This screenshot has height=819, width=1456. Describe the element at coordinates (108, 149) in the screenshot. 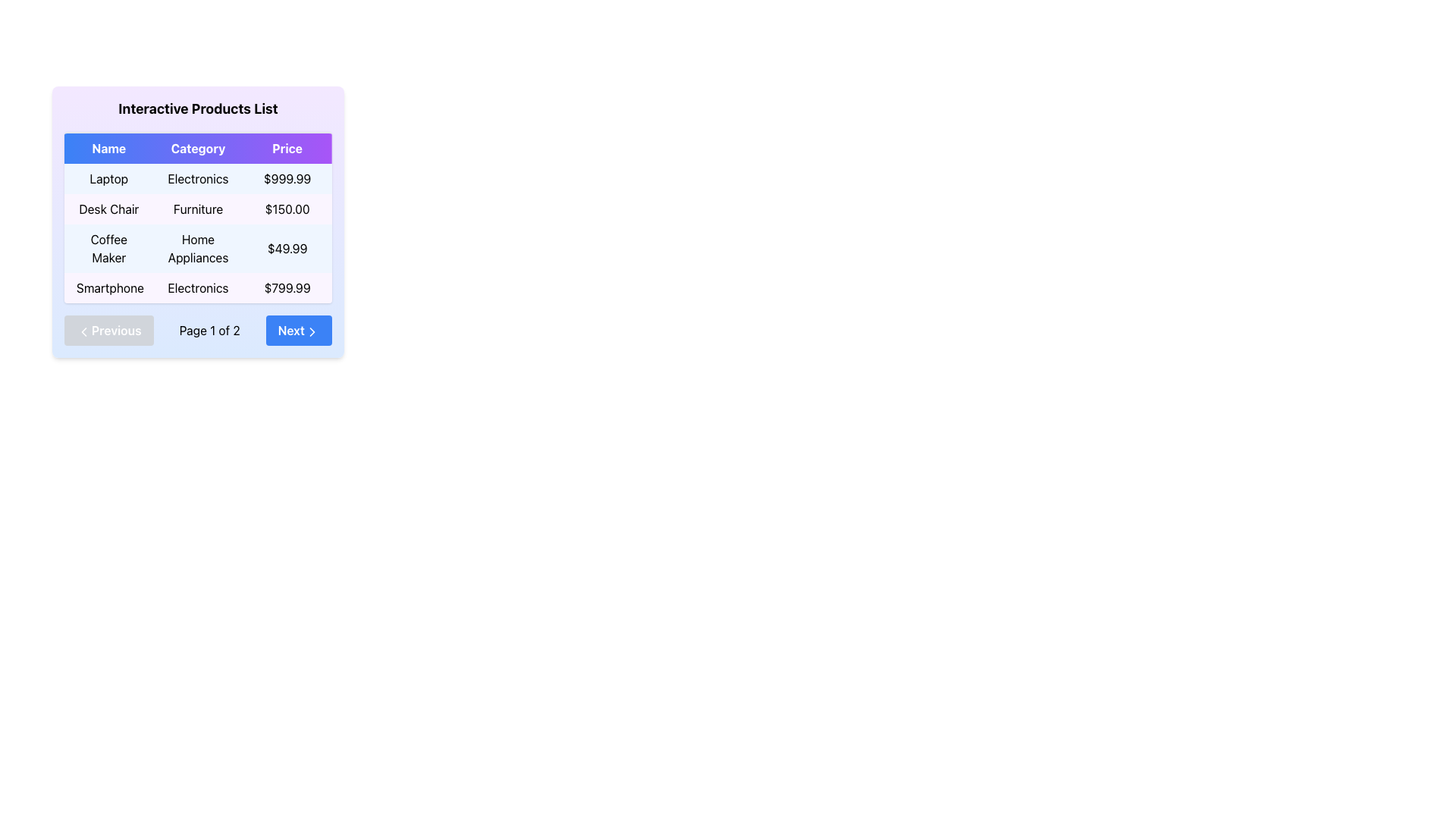

I see `the text content of the 'Name' column header cell located at the top-left corner of the table header` at that location.